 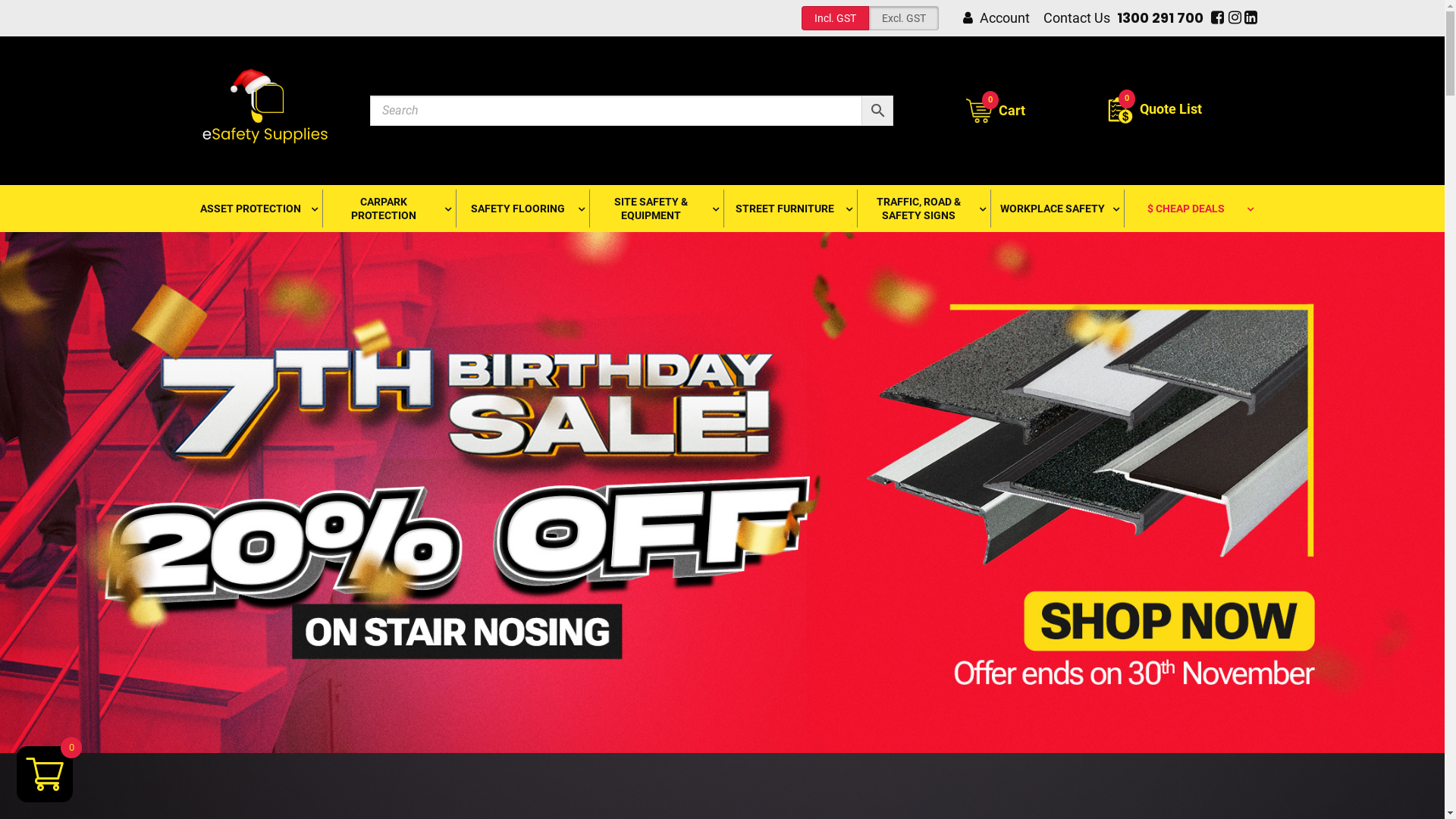 What do you see at coordinates (789, 208) in the screenshot?
I see `'STREET FURNITURE'` at bounding box center [789, 208].